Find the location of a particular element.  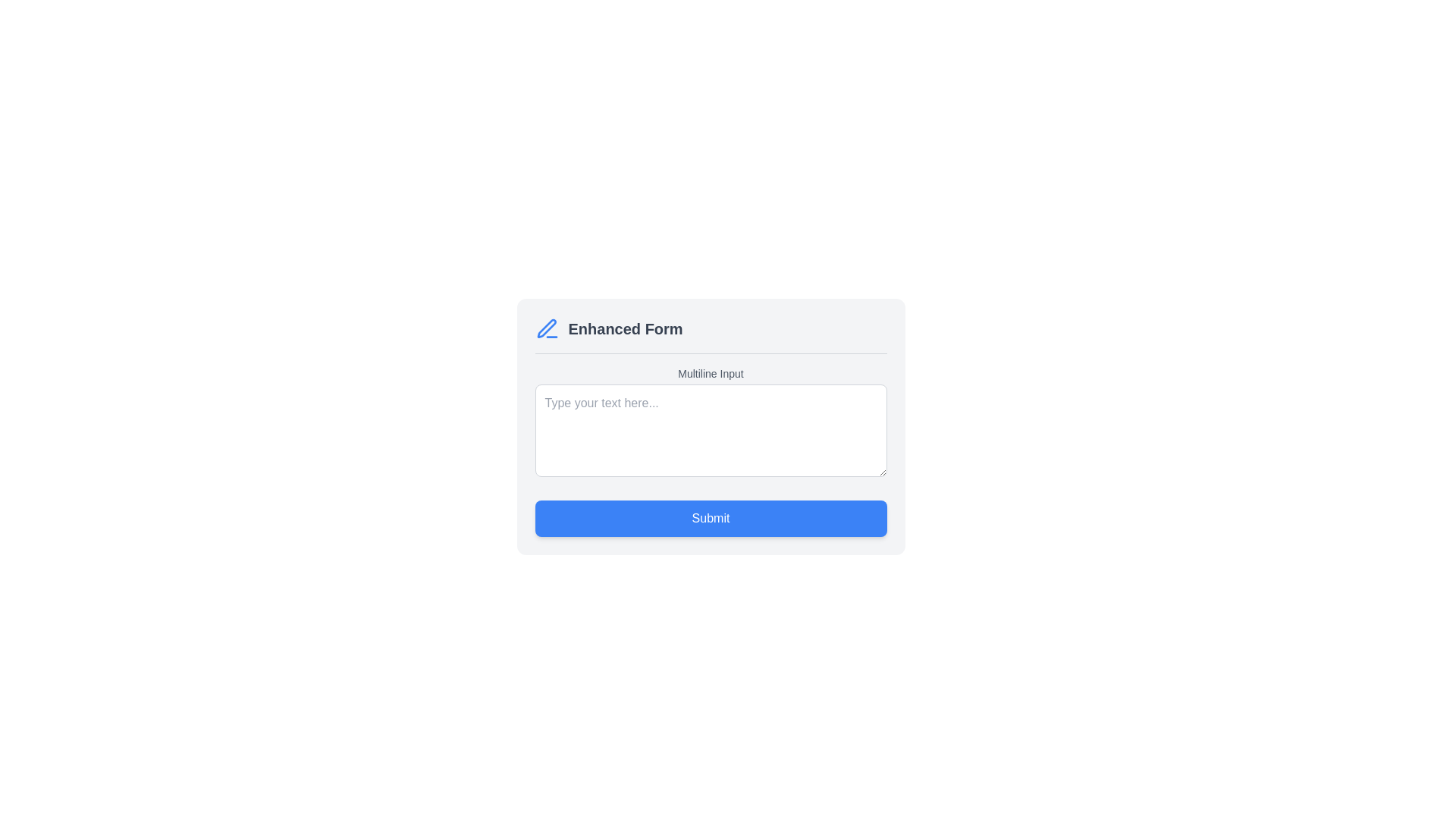

the blue pen icon located to the left of the 'Enhanced Form' text in the header section of the form is located at coordinates (546, 328).